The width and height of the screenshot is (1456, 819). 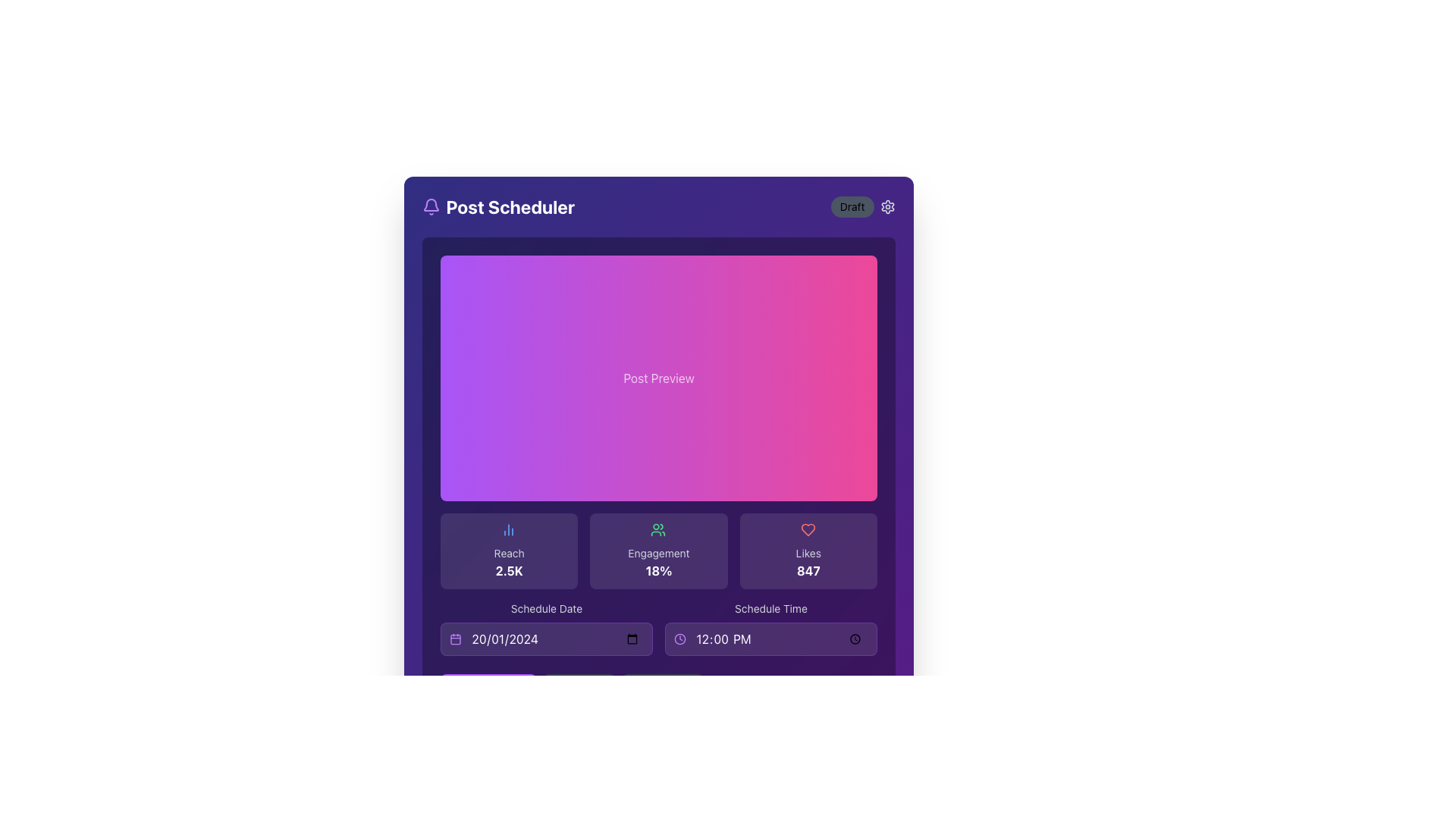 What do you see at coordinates (430, 205) in the screenshot?
I see `the purple bell icon representing notifications located next to the 'Post Scheduler' title in the header segment` at bounding box center [430, 205].